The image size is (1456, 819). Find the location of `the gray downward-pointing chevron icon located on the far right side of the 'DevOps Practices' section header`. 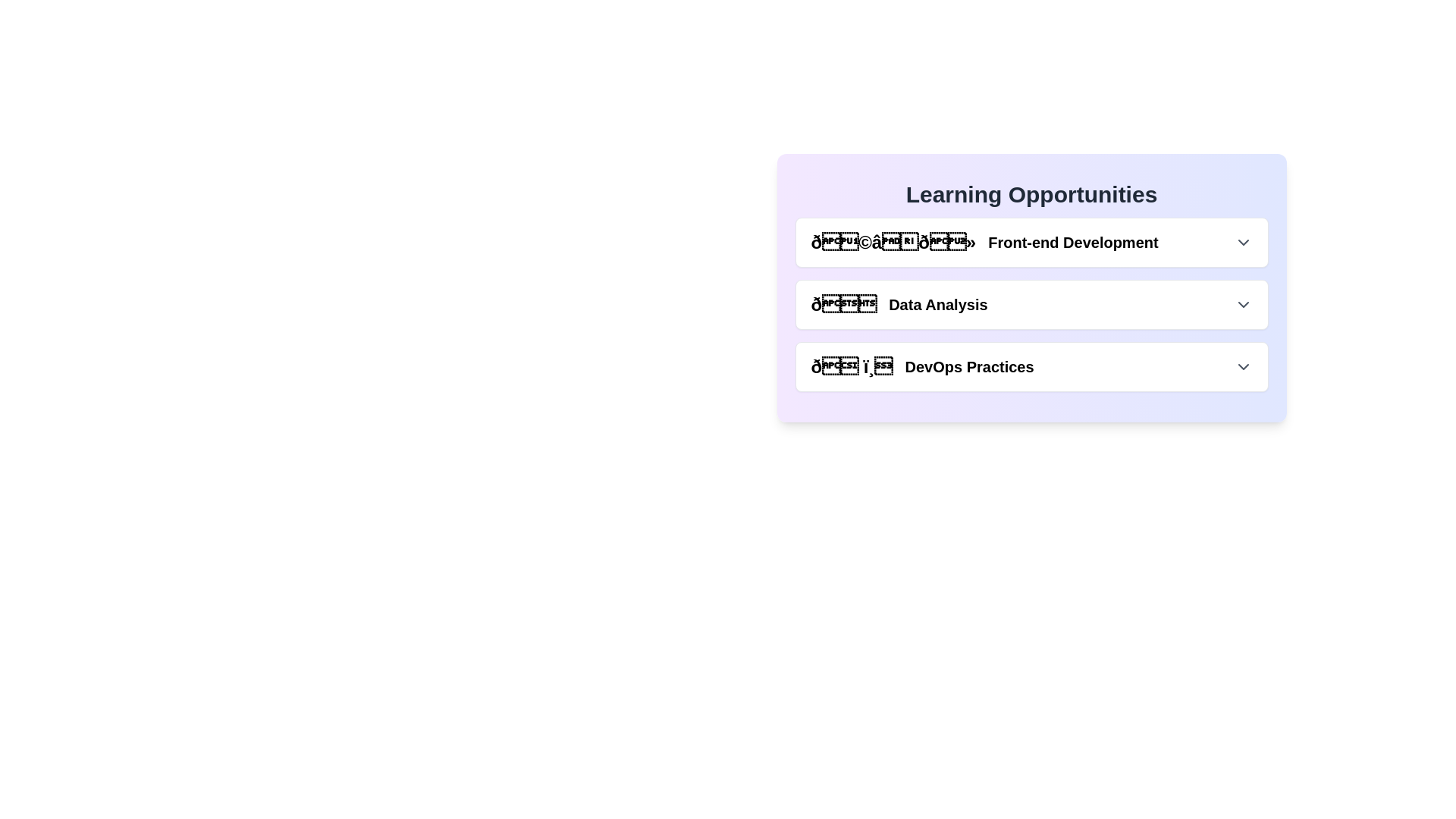

the gray downward-pointing chevron icon located on the far right side of the 'DevOps Practices' section header is located at coordinates (1243, 366).